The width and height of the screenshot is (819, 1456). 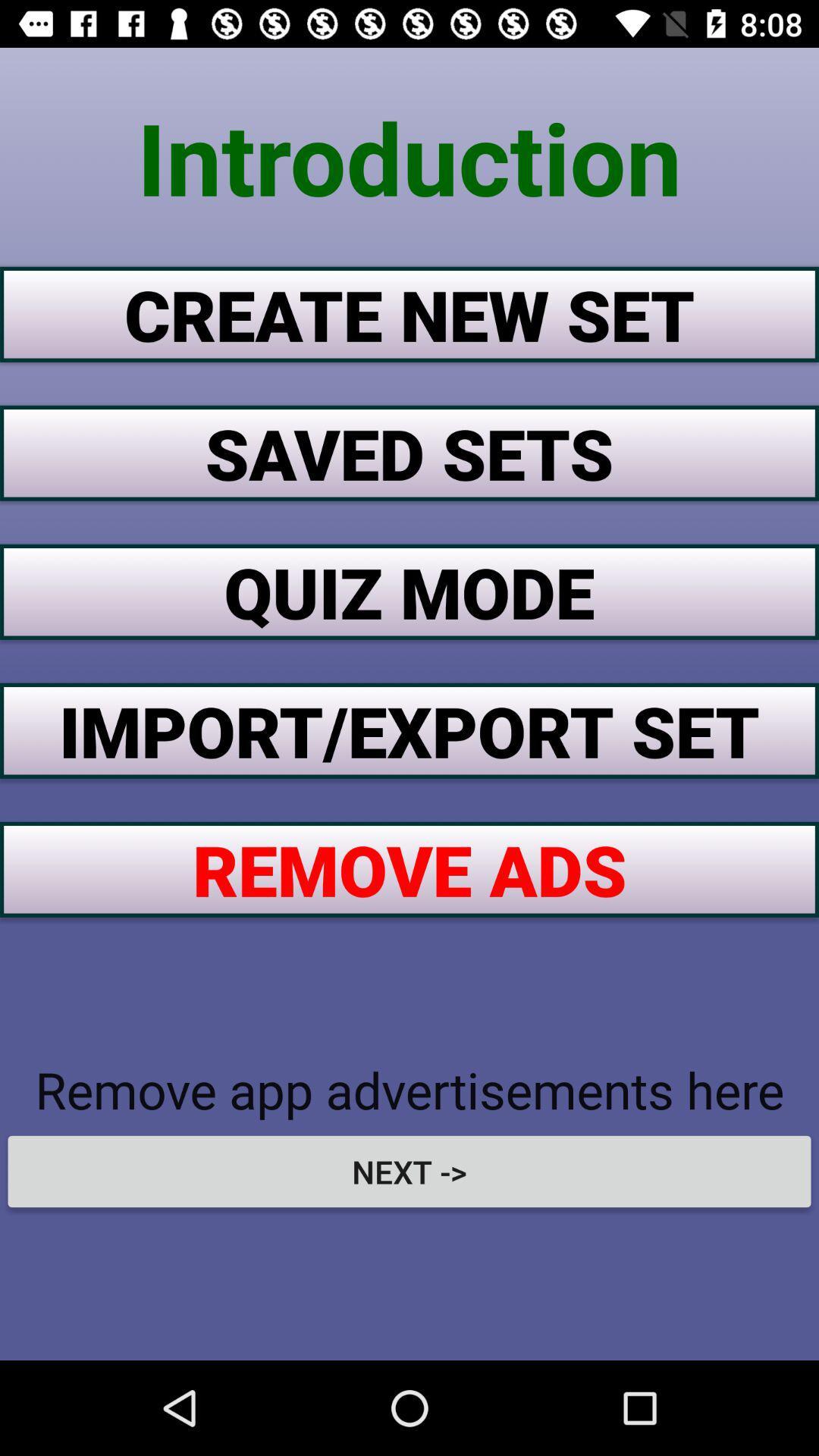 What do you see at coordinates (409, 869) in the screenshot?
I see `remove ads icon` at bounding box center [409, 869].